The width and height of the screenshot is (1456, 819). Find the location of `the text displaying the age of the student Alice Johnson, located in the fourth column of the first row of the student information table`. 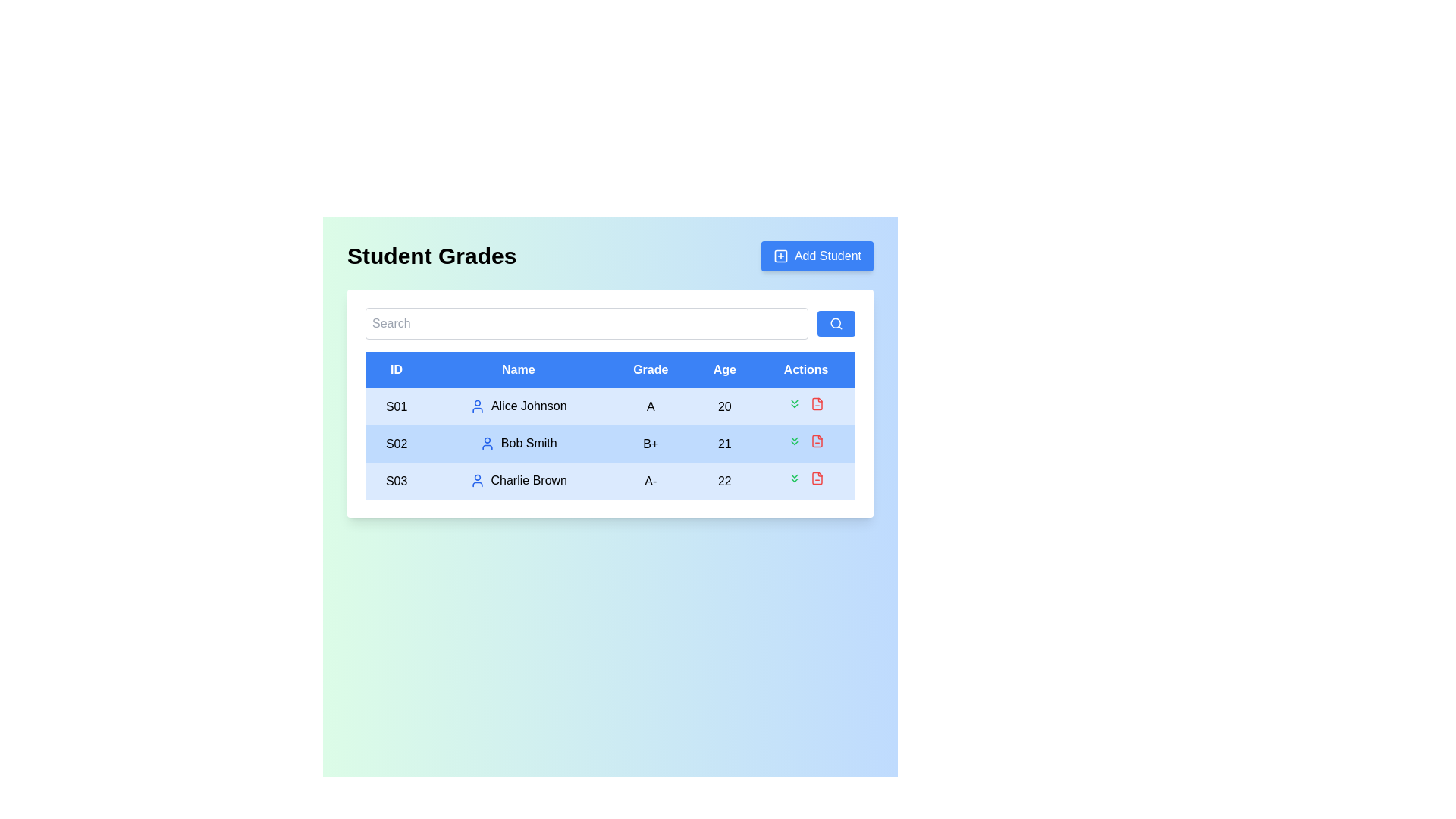

the text displaying the age of the student Alice Johnson, located in the fourth column of the first row of the student information table is located at coordinates (723, 406).